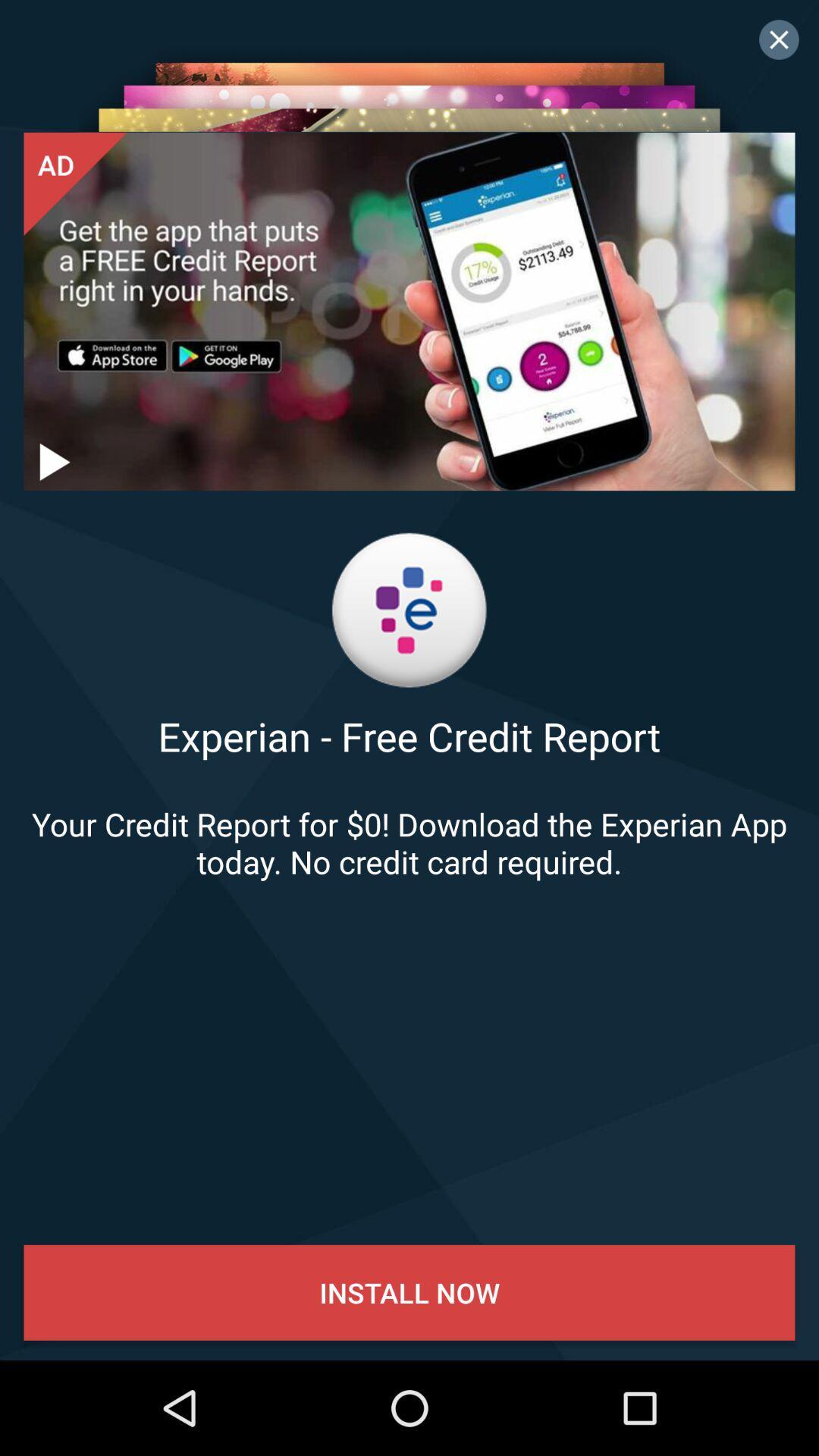 The width and height of the screenshot is (819, 1456). Describe the element at coordinates (409, 1291) in the screenshot. I see `the icon below your credit report app` at that location.